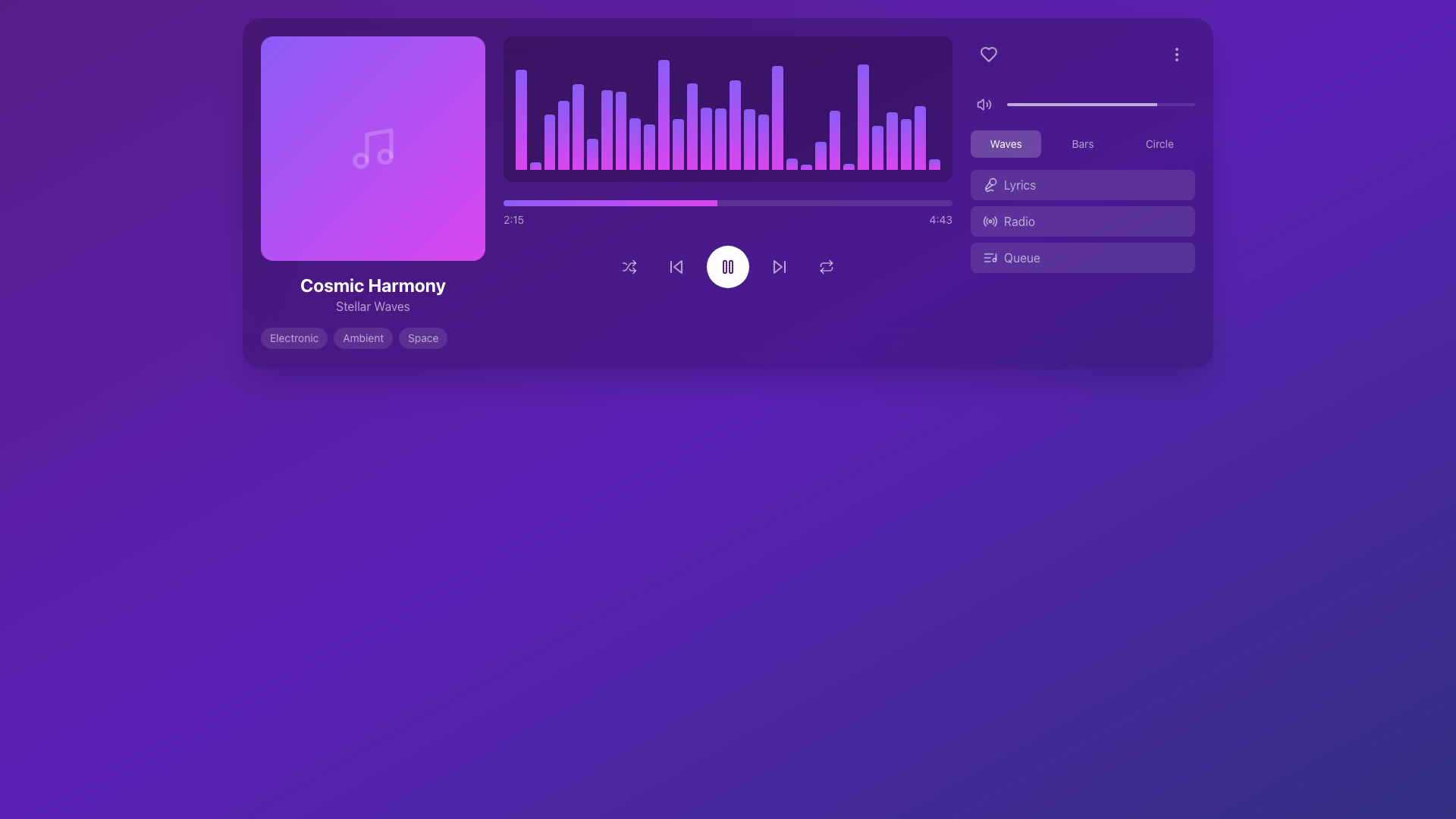 This screenshot has width=1456, height=819. What do you see at coordinates (777, 117) in the screenshot?
I see `the 18th graphical bar representing audio-related statistics, located in the upper section of the interface above the playback controls` at bounding box center [777, 117].